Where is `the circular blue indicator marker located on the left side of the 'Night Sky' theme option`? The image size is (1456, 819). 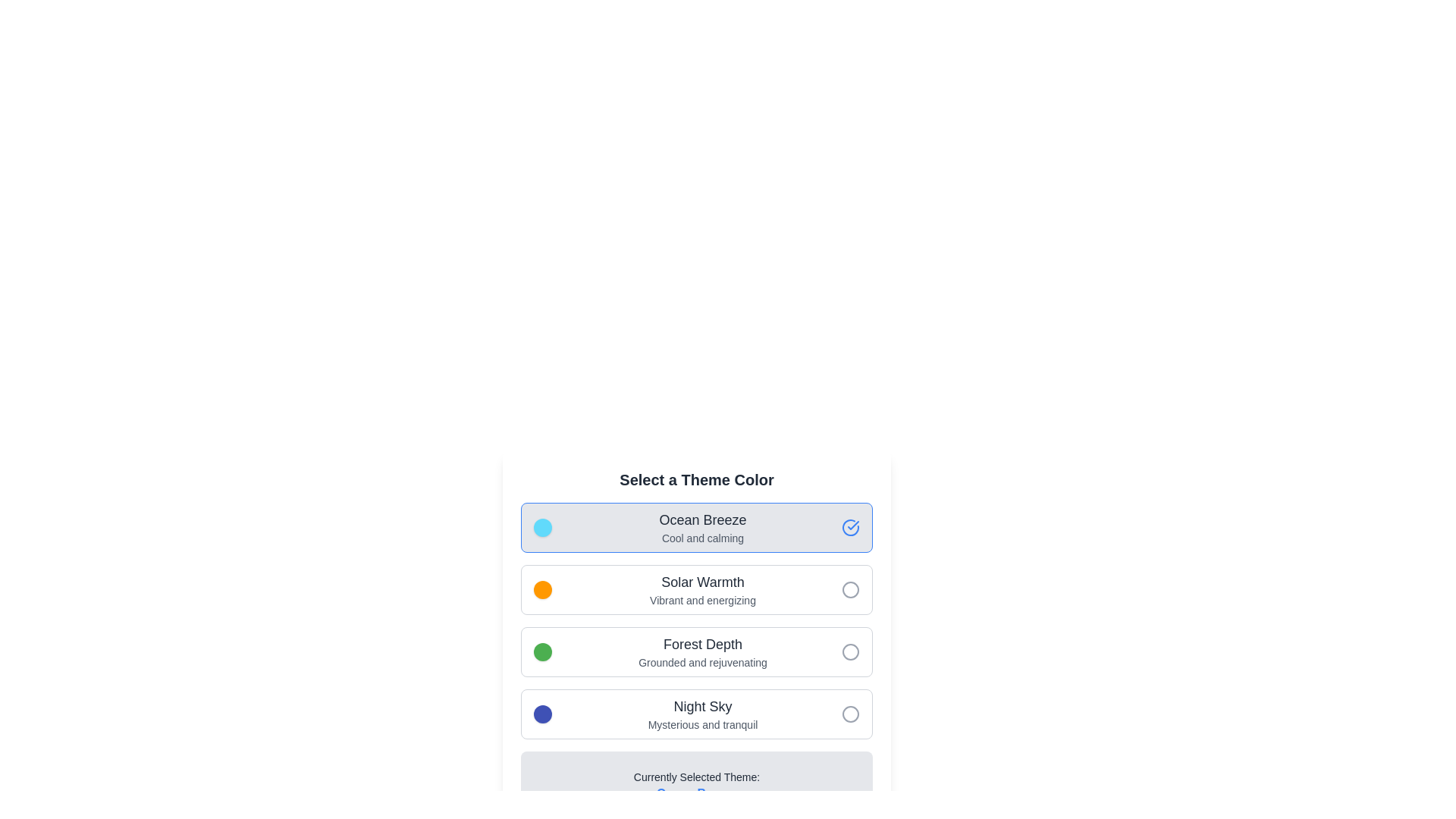 the circular blue indicator marker located on the left side of the 'Night Sky' theme option is located at coordinates (542, 714).